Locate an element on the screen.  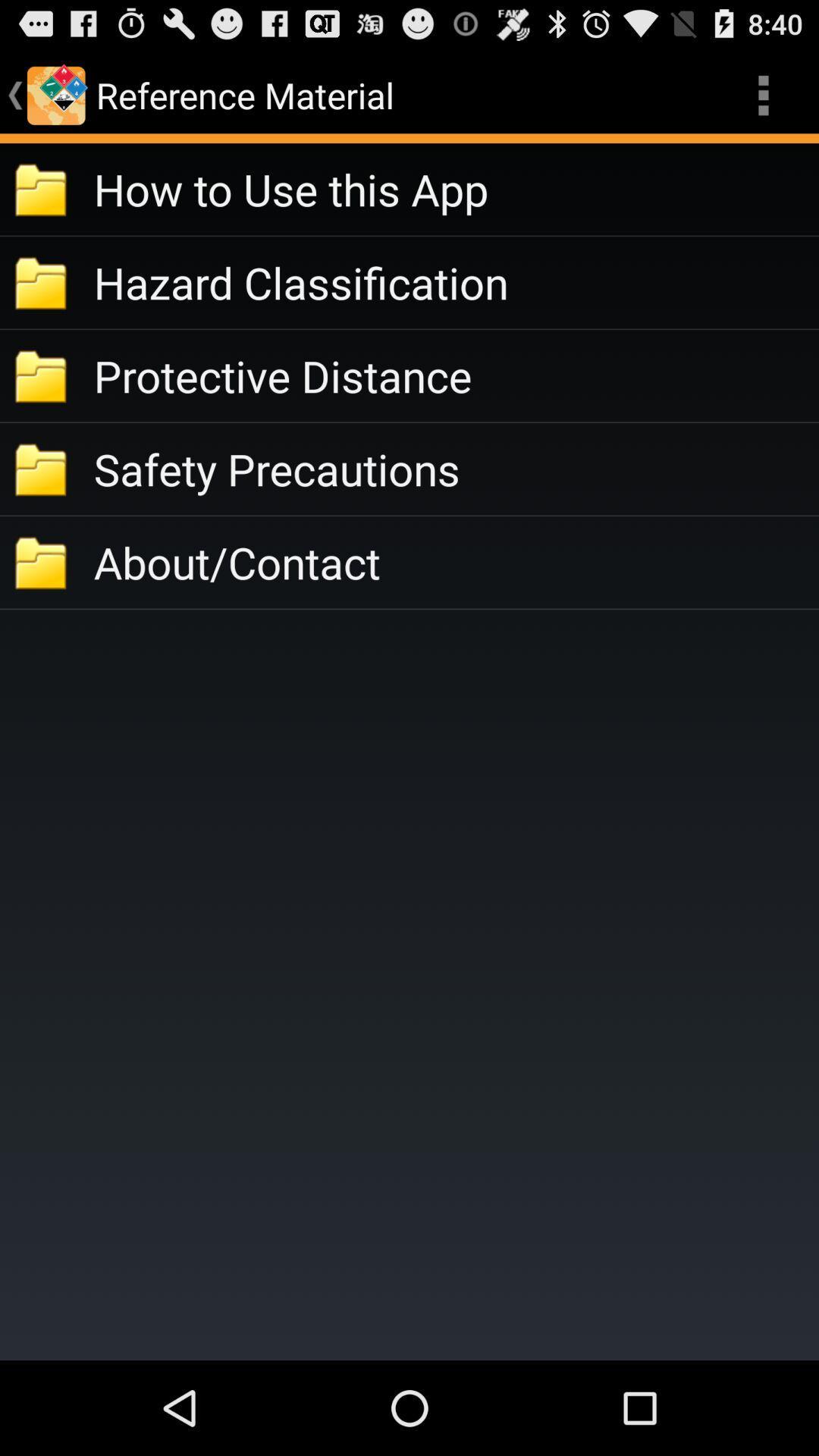
safety precautions is located at coordinates (455, 468).